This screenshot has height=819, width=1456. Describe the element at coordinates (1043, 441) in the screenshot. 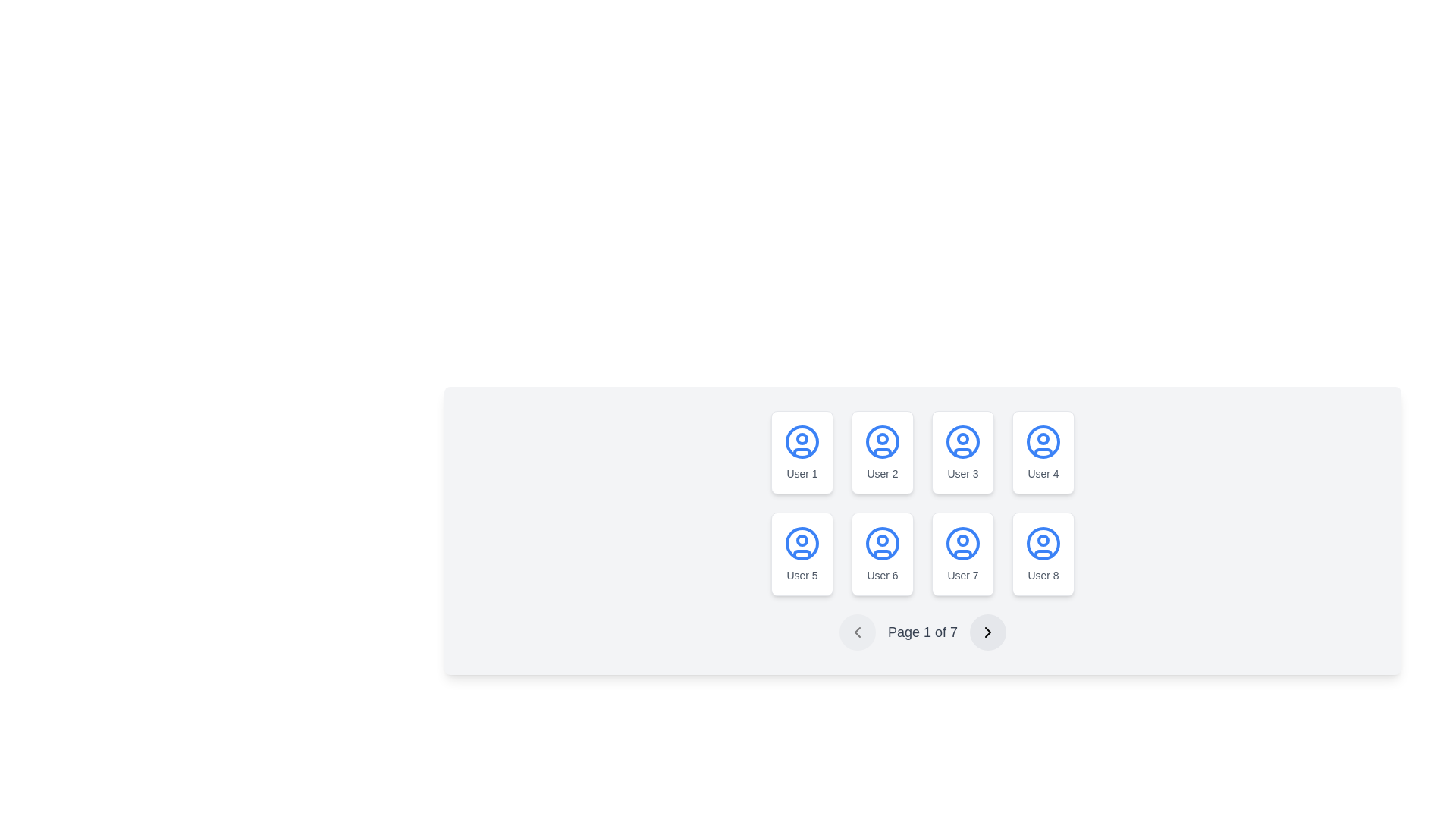

I see `the SVG circle representing the user avatar icon for 'User 4', located in the second column of the second row of user icons` at that location.